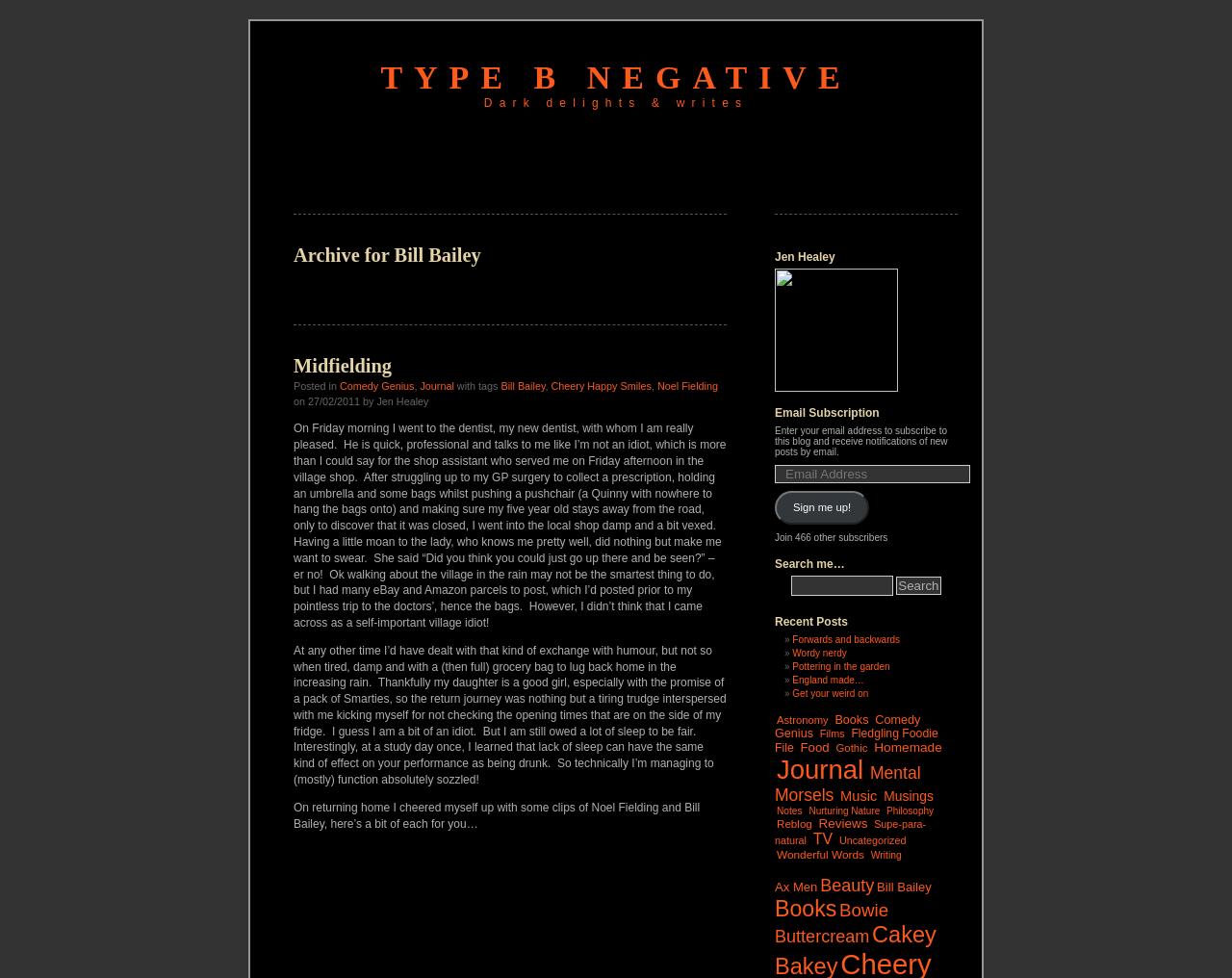 The width and height of the screenshot is (1232, 978). What do you see at coordinates (808, 563) in the screenshot?
I see `'Search me…'` at bounding box center [808, 563].